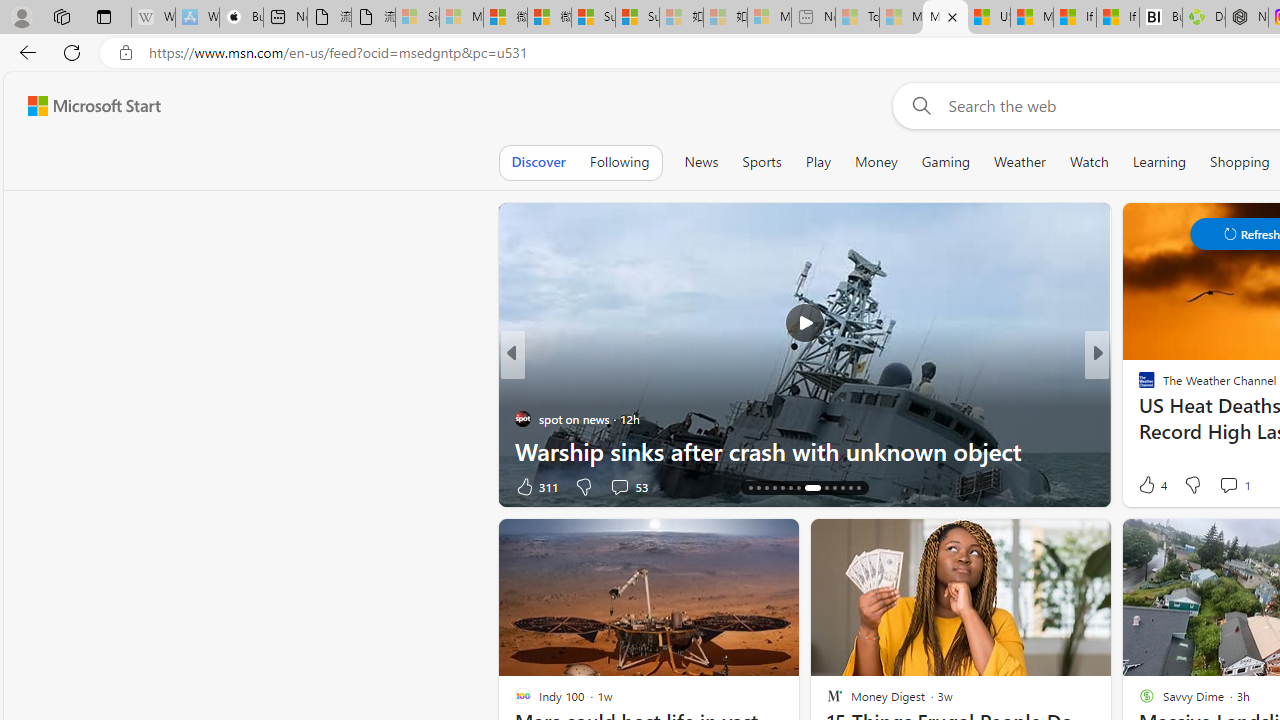 The height and width of the screenshot is (720, 1280). Describe the element at coordinates (1152, 486) in the screenshot. I see `'115 Like'` at that location.